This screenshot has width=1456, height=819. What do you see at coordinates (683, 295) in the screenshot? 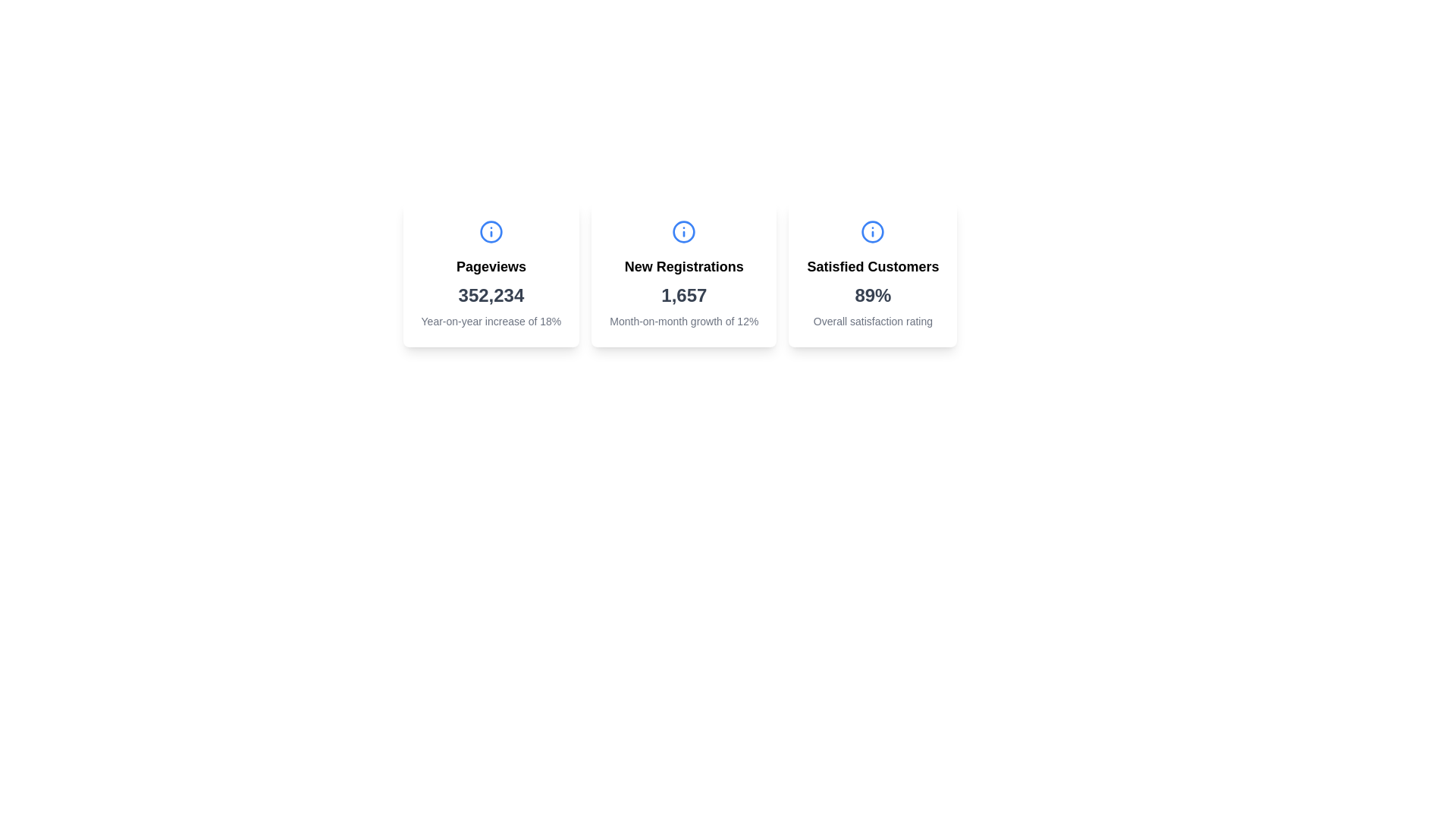
I see `the text element displaying '1,657', which is prominently styled in gray and located below the 'New Registrations' heading` at bounding box center [683, 295].